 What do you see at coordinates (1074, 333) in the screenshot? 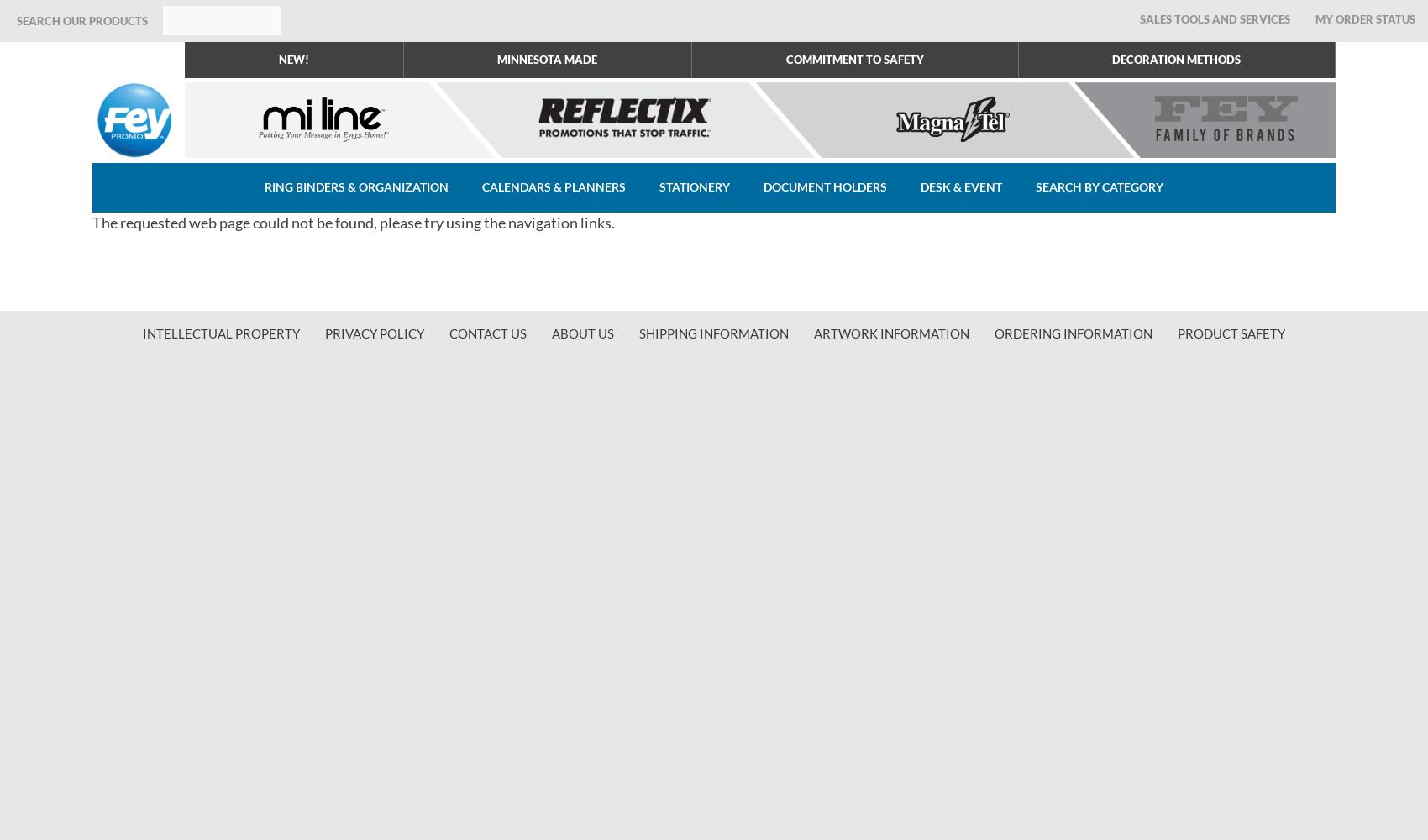
I see `'Ordering Information'` at bounding box center [1074, 333].